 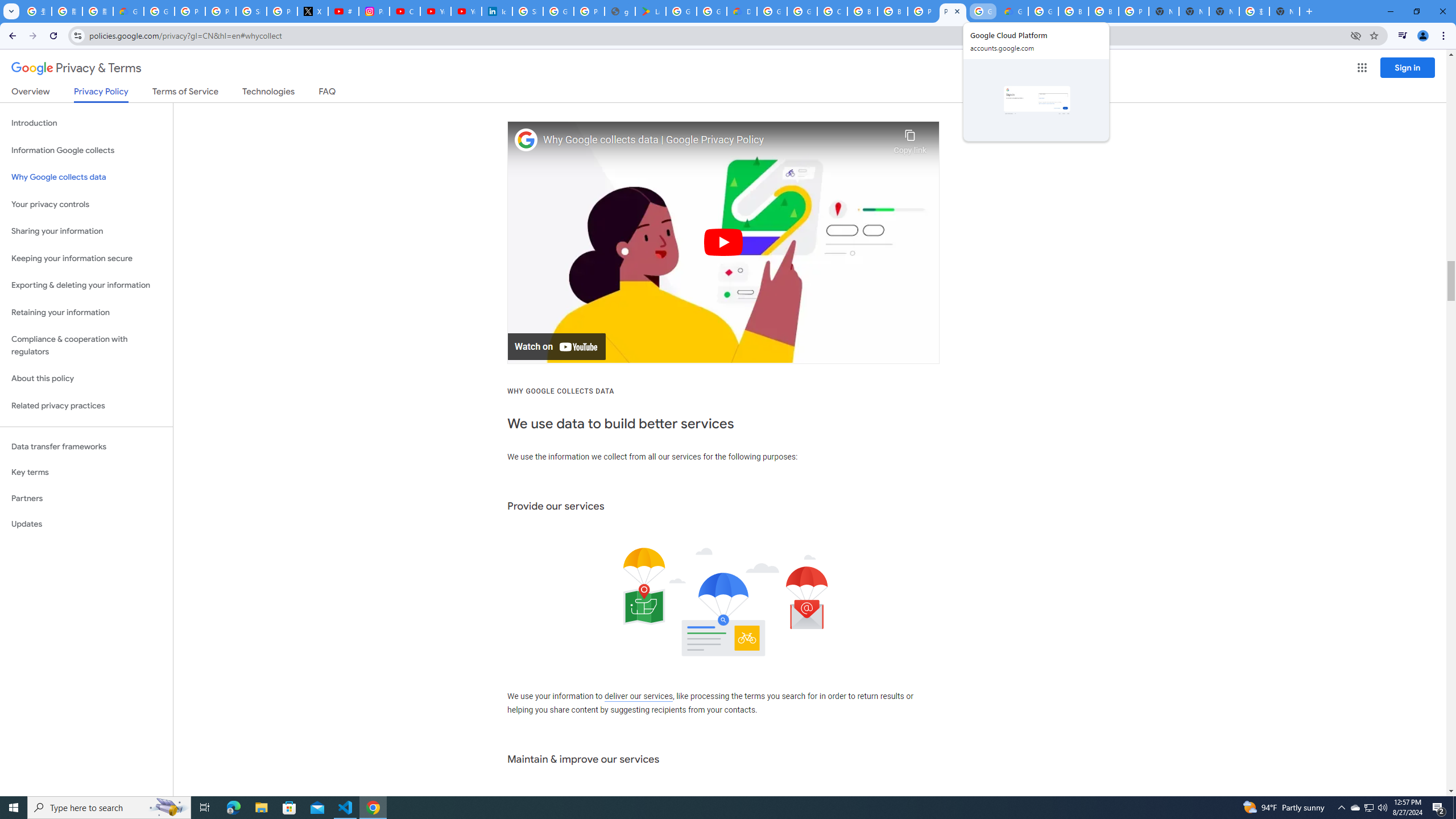 I want to click on 'Privacy Help Center - Policies Help', so click(x=221, y=11).